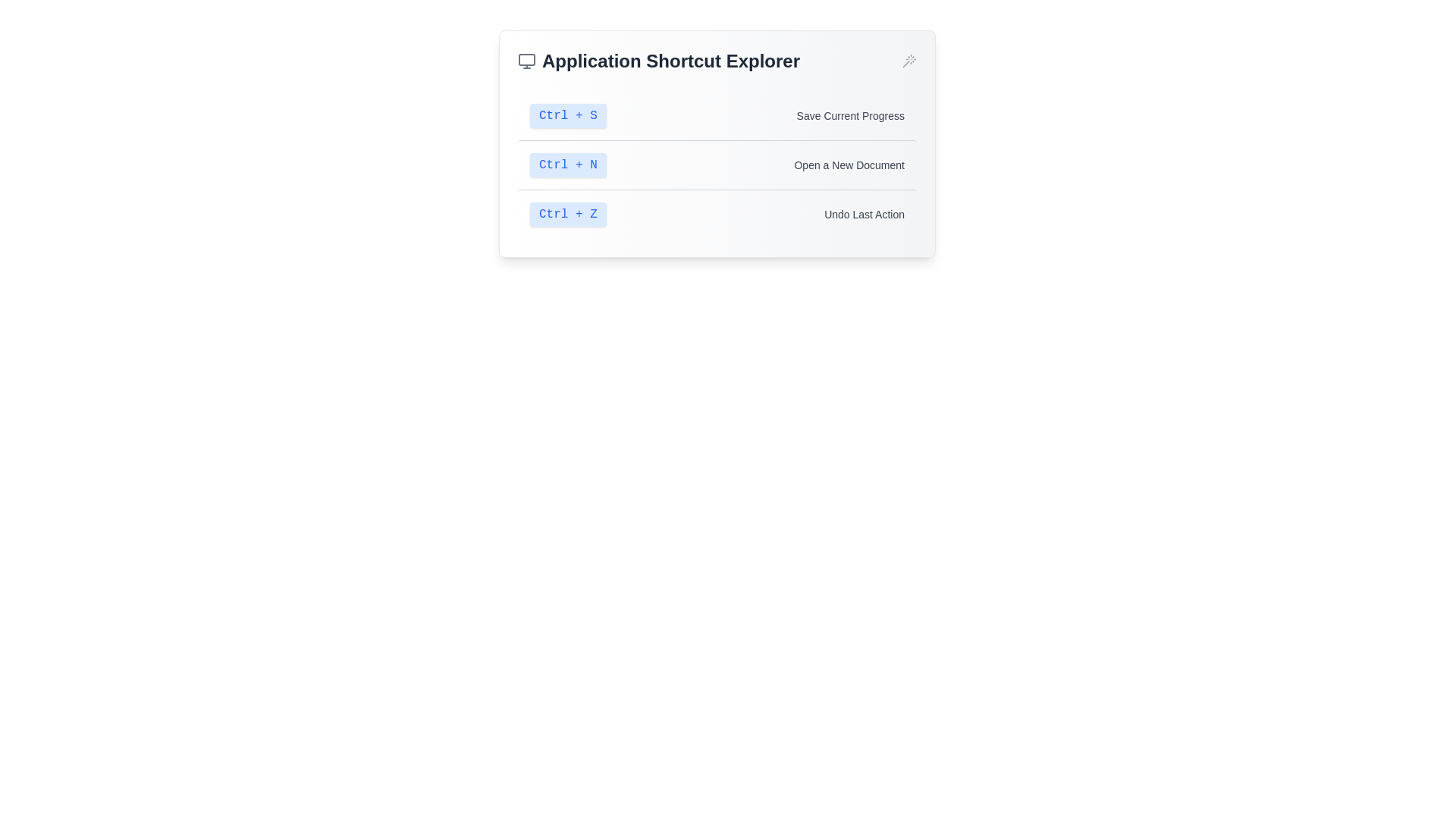 This screenshot has height=819, width=1456. I want to click on the icon in the top-right corner of the 'Application Shortcut Explorer', so click(909, 61).